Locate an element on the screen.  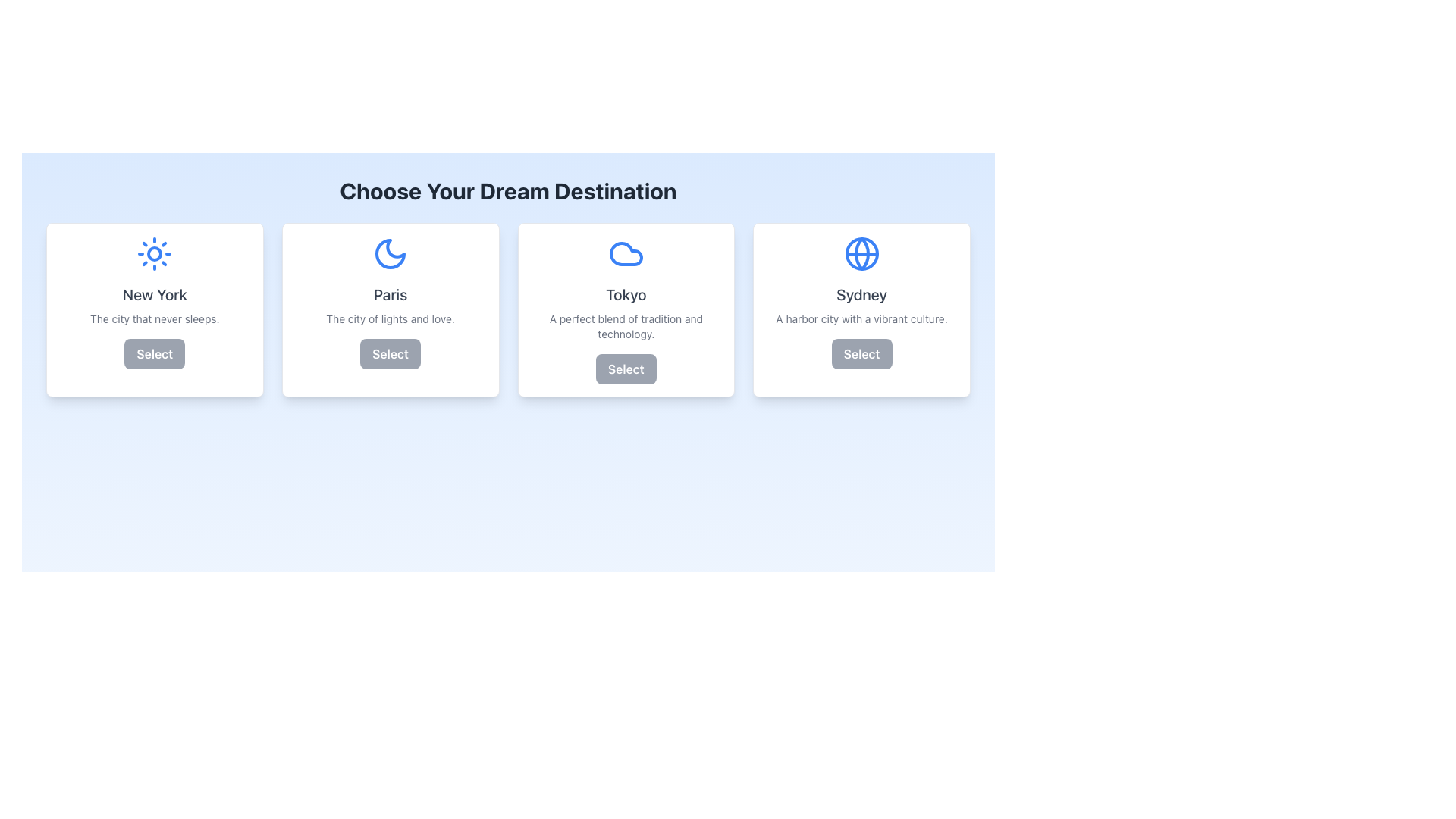
the 'Select' button located at the bottom center of the 'Tokyo' card to visualize the hover effect is located at coordinates (626, 369).